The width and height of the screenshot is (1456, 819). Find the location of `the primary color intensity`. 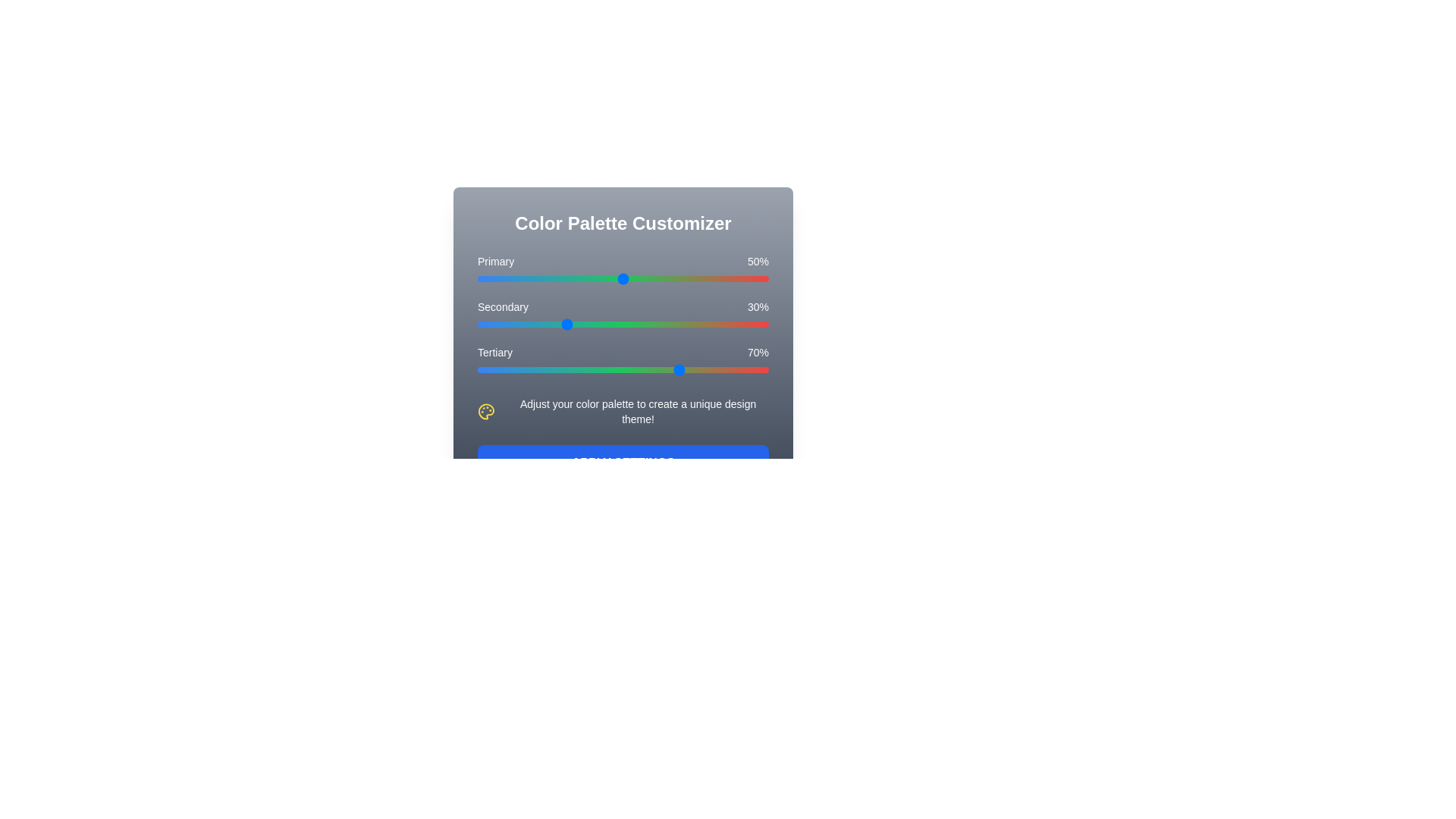

the primary color intensity is located at coordinates (602, 278).